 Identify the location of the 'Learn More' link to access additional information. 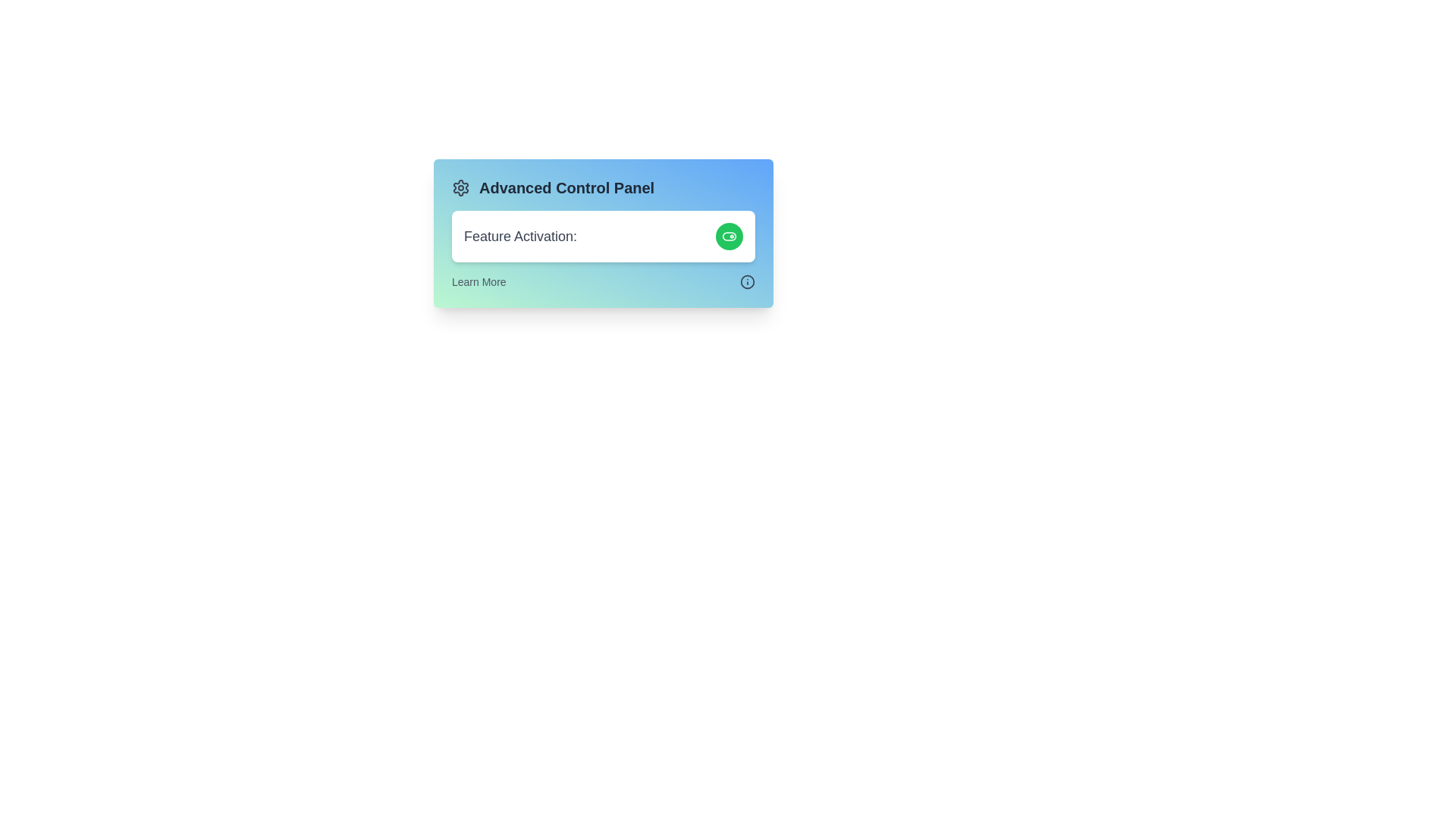
(478, 281).